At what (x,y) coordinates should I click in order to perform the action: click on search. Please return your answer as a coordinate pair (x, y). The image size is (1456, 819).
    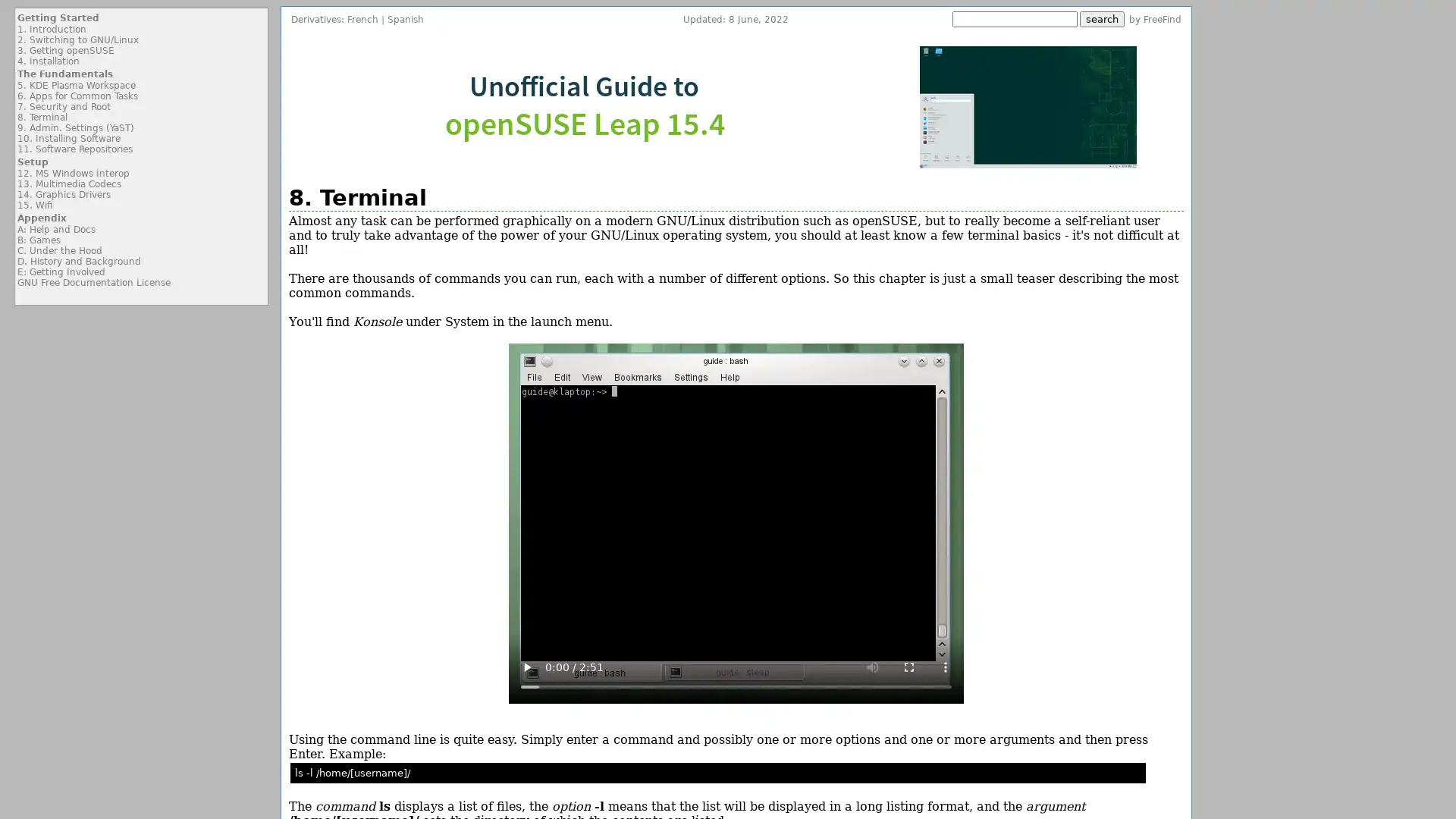
    Looking at the image, I should click on (1102, 19).